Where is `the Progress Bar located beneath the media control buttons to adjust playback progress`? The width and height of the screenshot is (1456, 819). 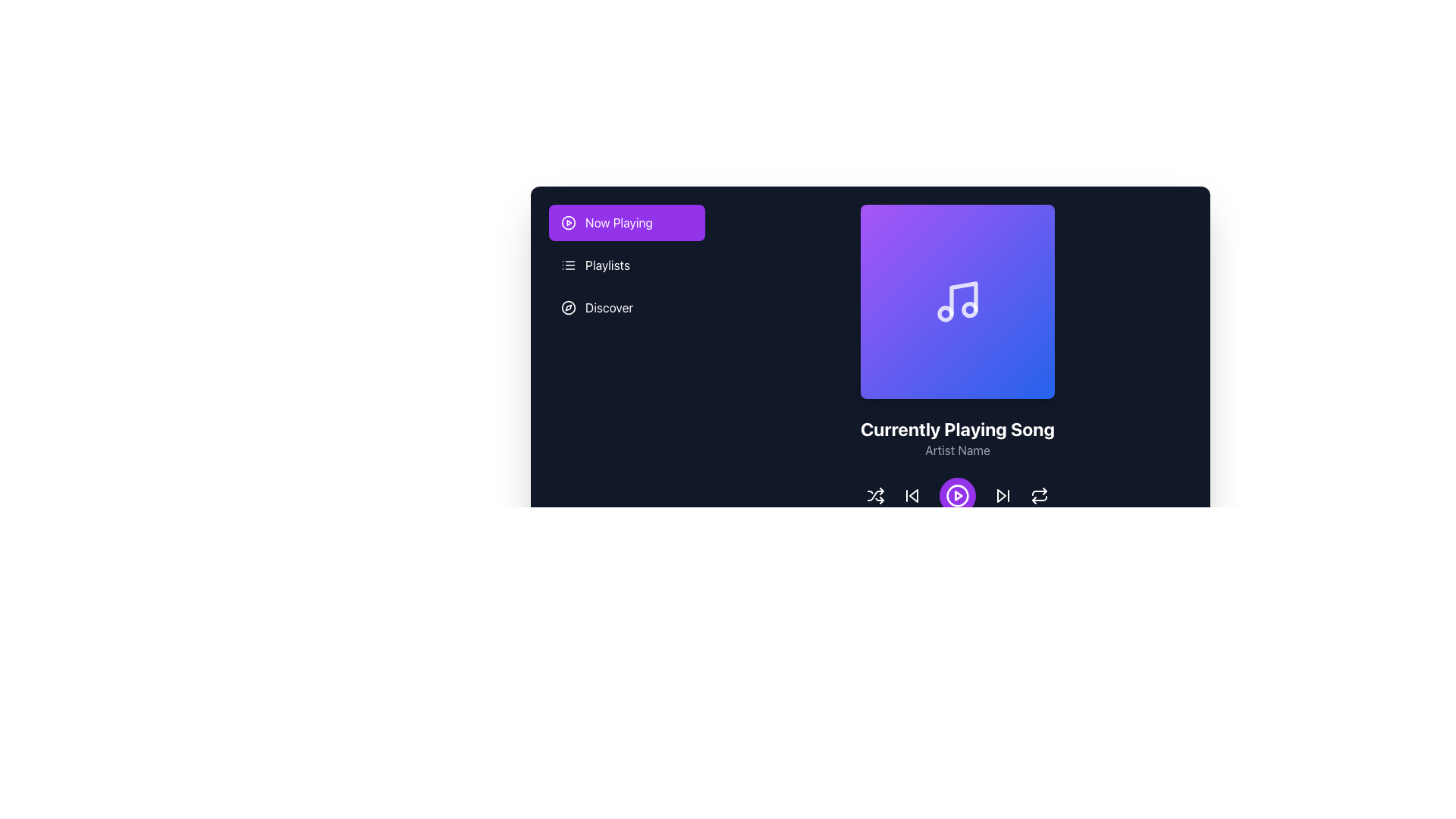 the Progress Bar located beneath the media control buttons to adjust playback progress is located at coordinates (956, 539).